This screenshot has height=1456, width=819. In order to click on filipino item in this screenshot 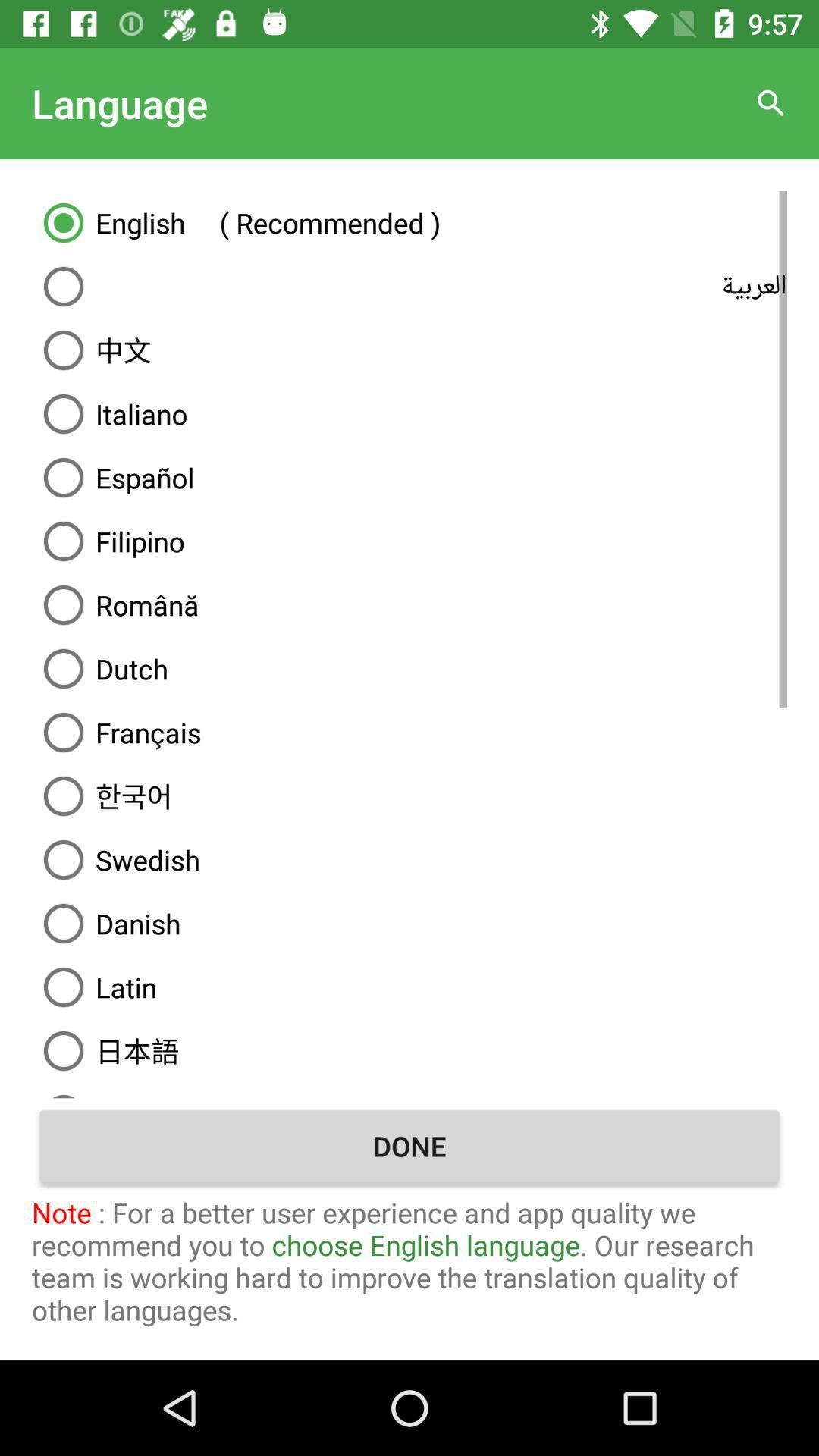, I will do `click(409, 541)`.